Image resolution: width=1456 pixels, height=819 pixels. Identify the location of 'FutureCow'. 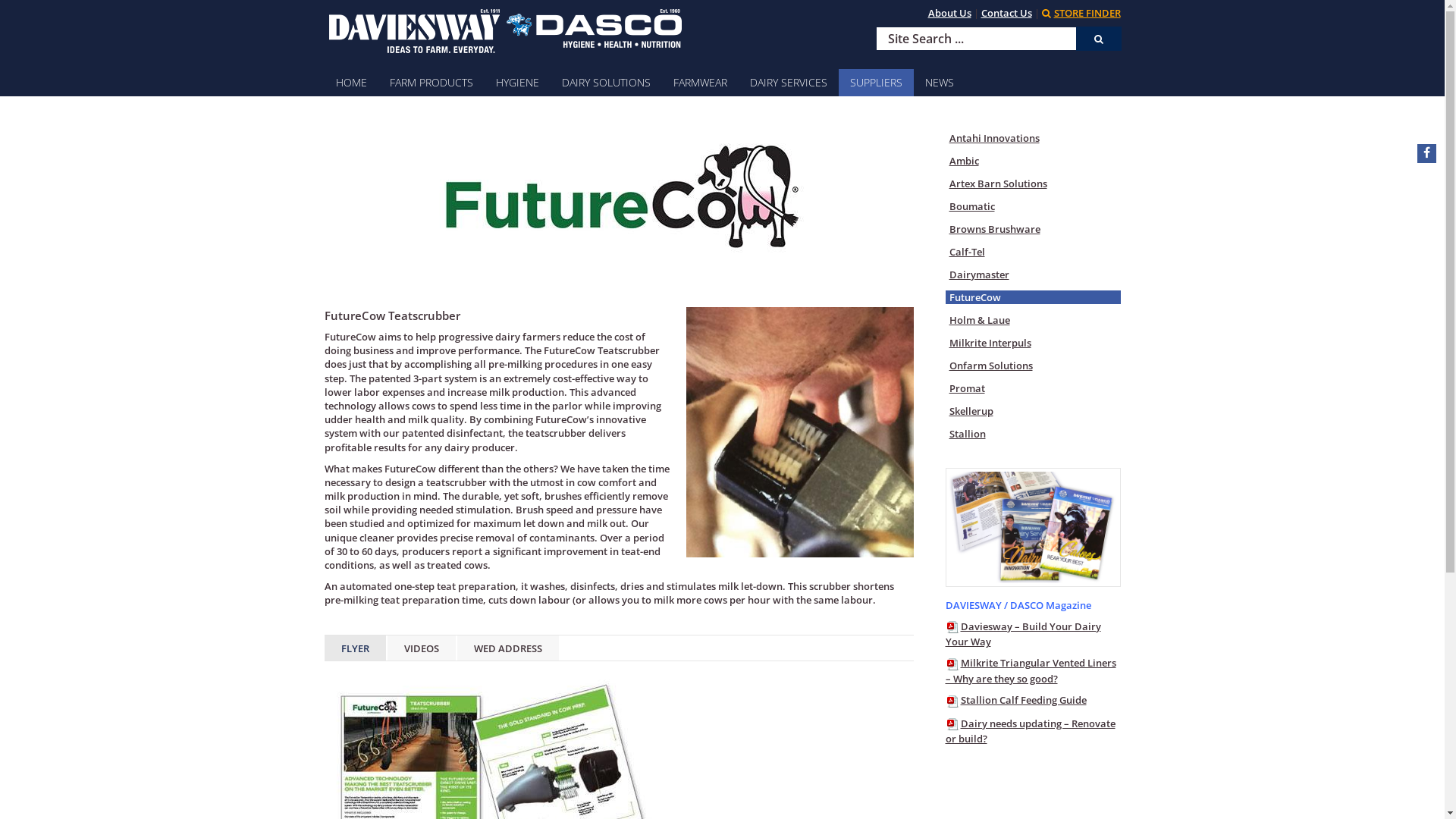
(1031, 297).